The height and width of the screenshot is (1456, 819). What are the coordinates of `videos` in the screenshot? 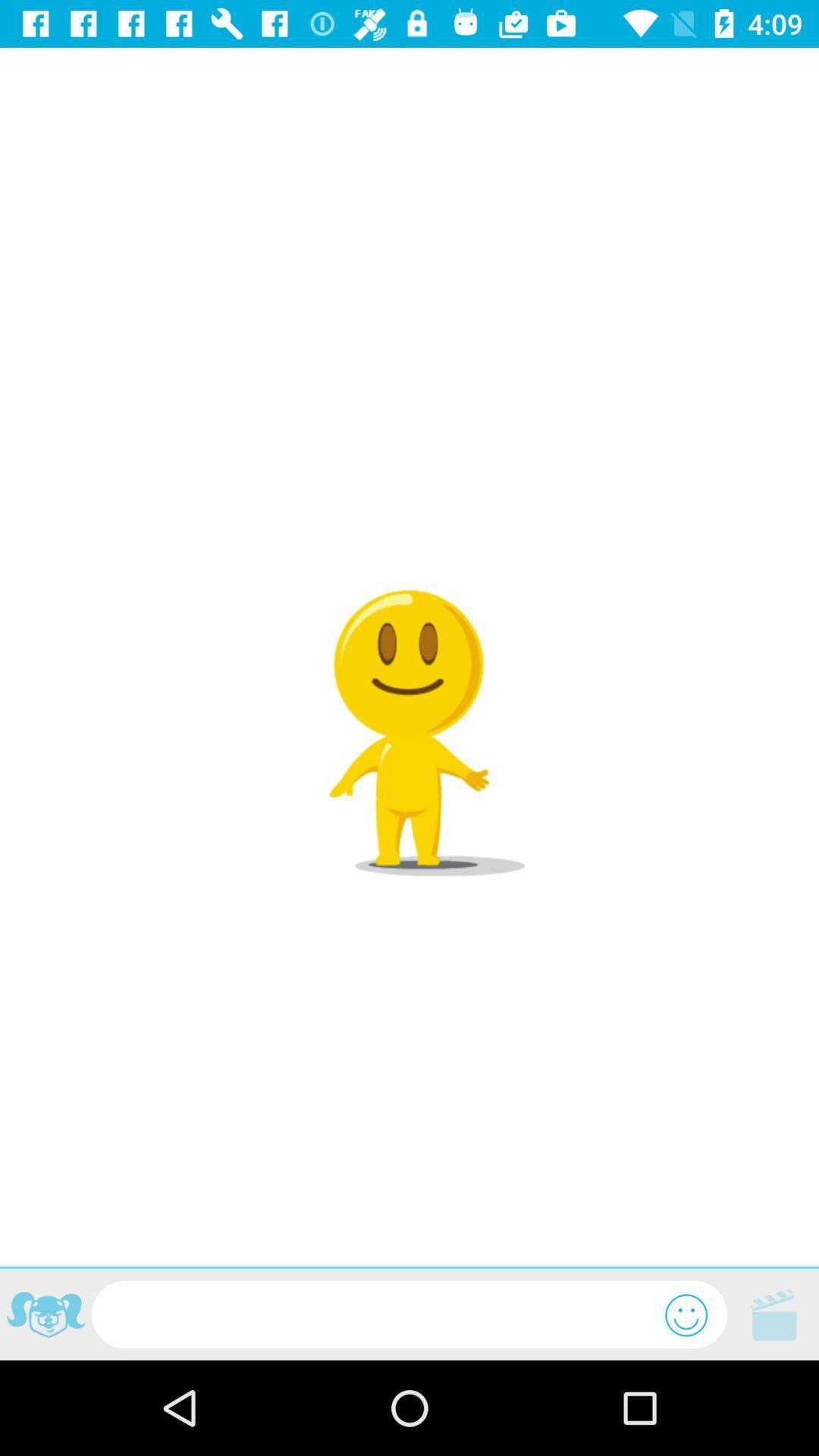 It's located at (773, 1313).